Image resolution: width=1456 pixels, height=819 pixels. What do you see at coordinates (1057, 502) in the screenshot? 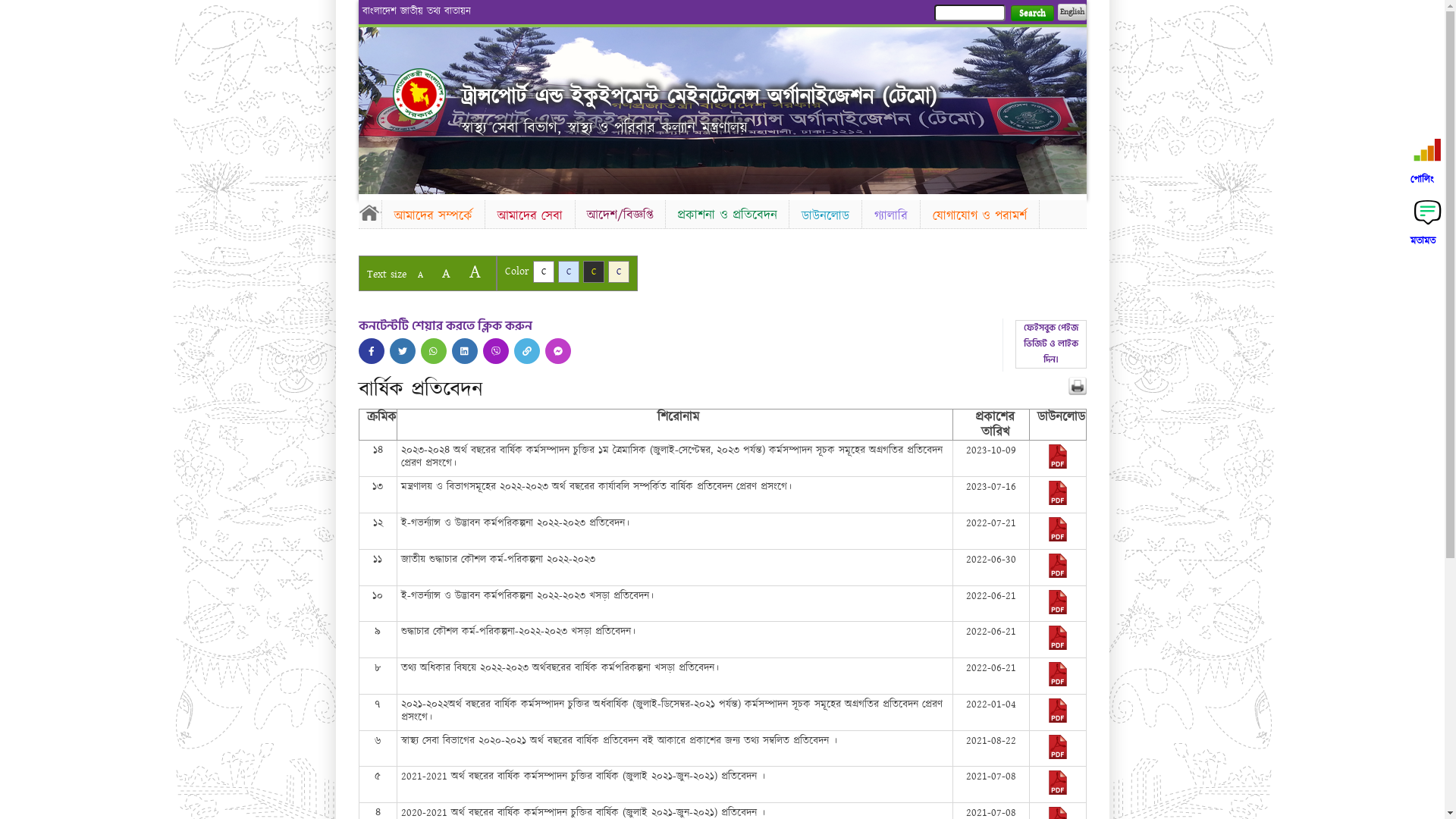
I see `'2023-07-16-07-19-ae5793ab0bb5beb9300062891aace4e0.pdf'` at bounding box center [1057, 502].